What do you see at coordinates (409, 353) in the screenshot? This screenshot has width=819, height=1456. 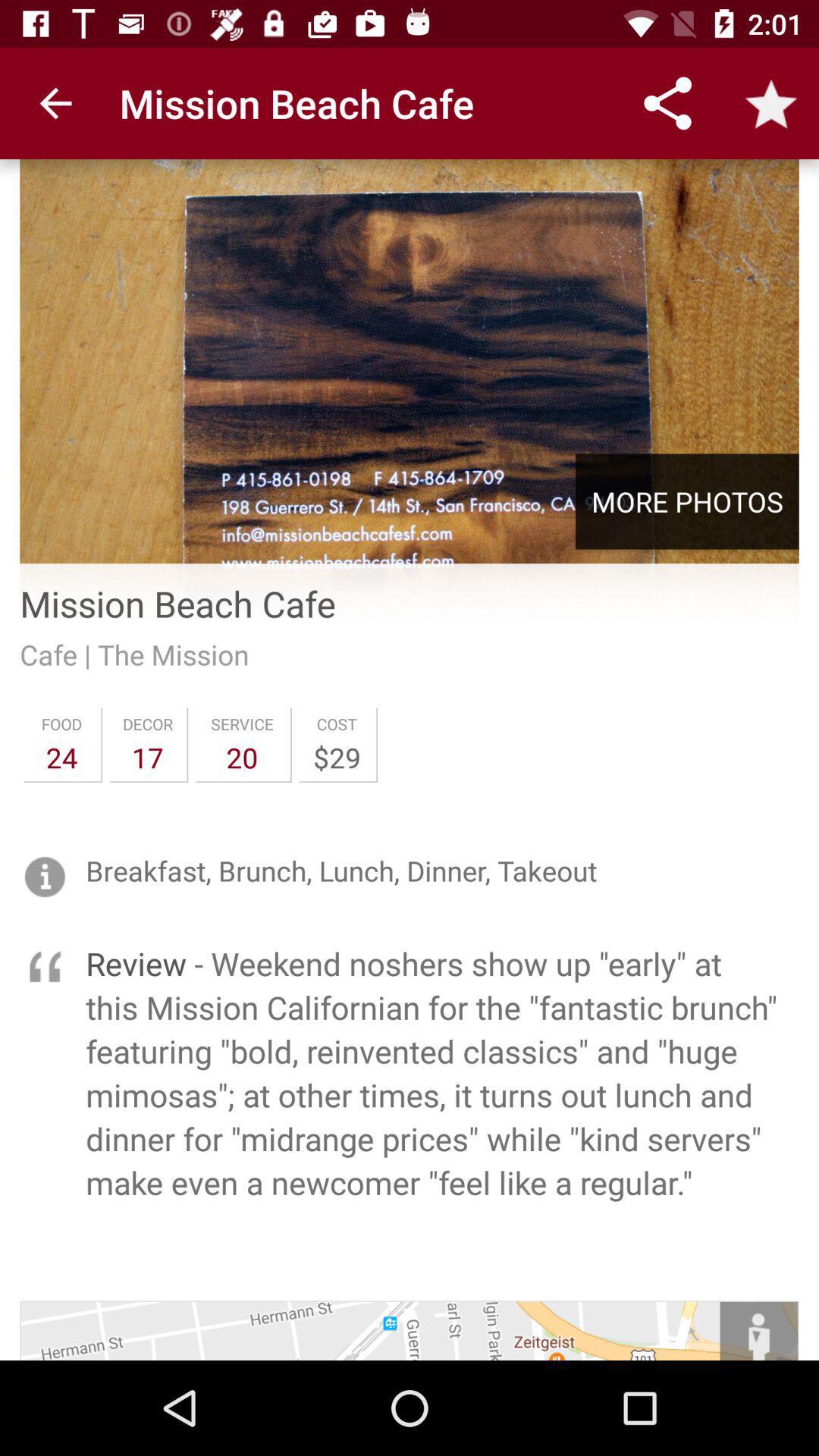 I see `the icon above mission beach cafe` at bounding box center [409, 353].